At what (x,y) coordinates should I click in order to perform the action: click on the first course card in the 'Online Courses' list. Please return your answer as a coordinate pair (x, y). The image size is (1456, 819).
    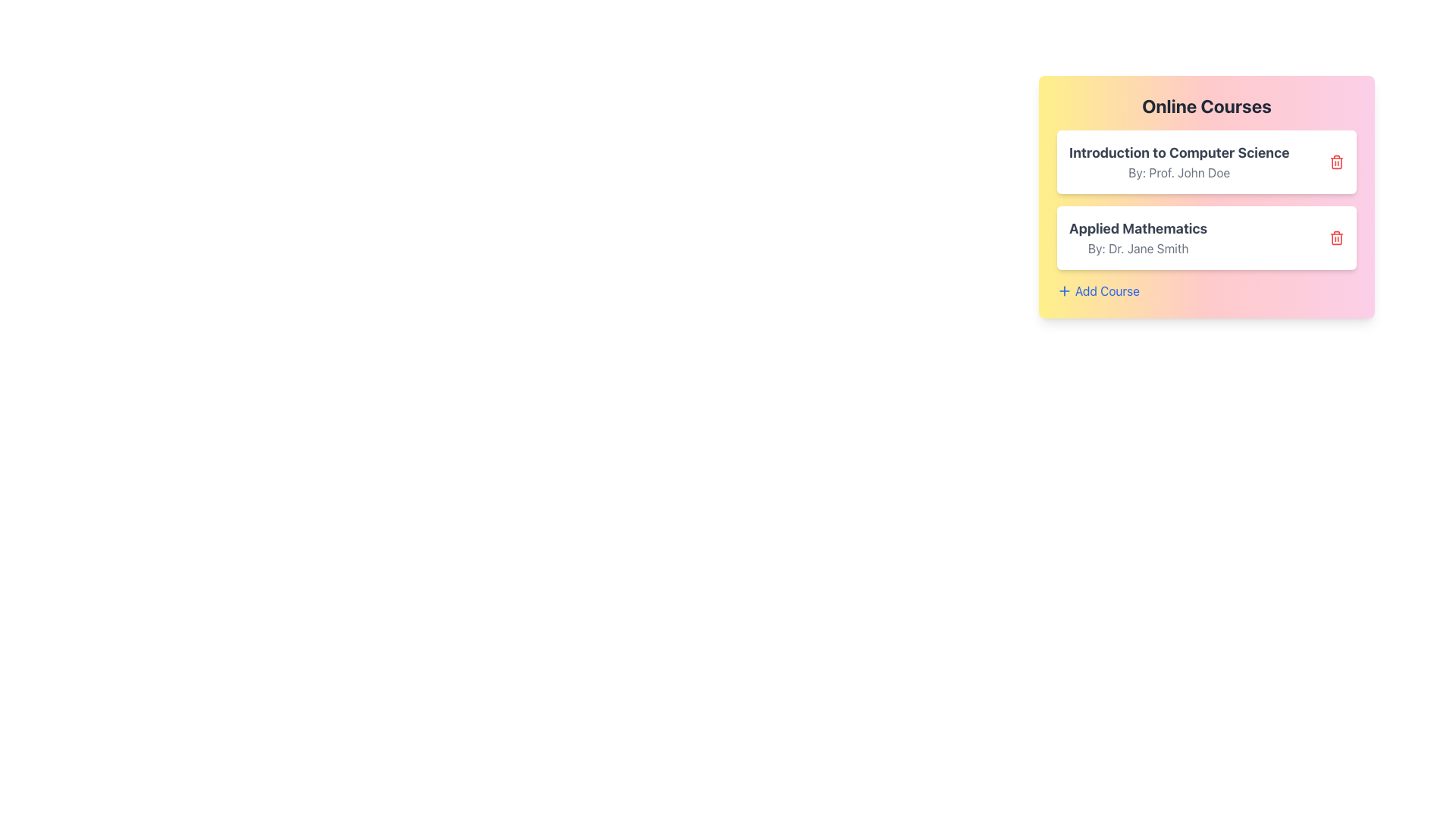
    Looking at the image, I should click on (1206, 162).